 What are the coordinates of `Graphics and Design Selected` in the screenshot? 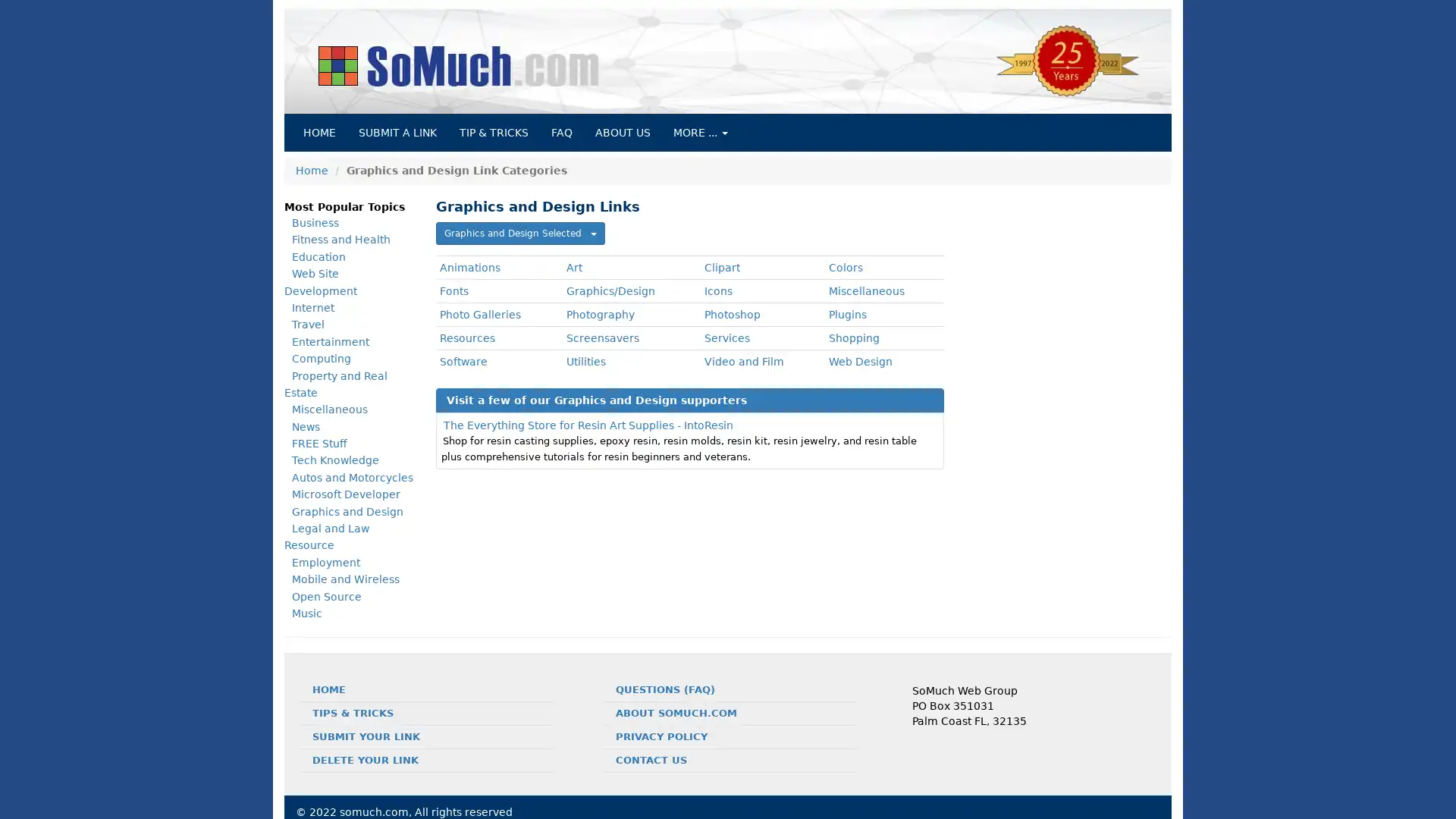 It's located at (520, 234).